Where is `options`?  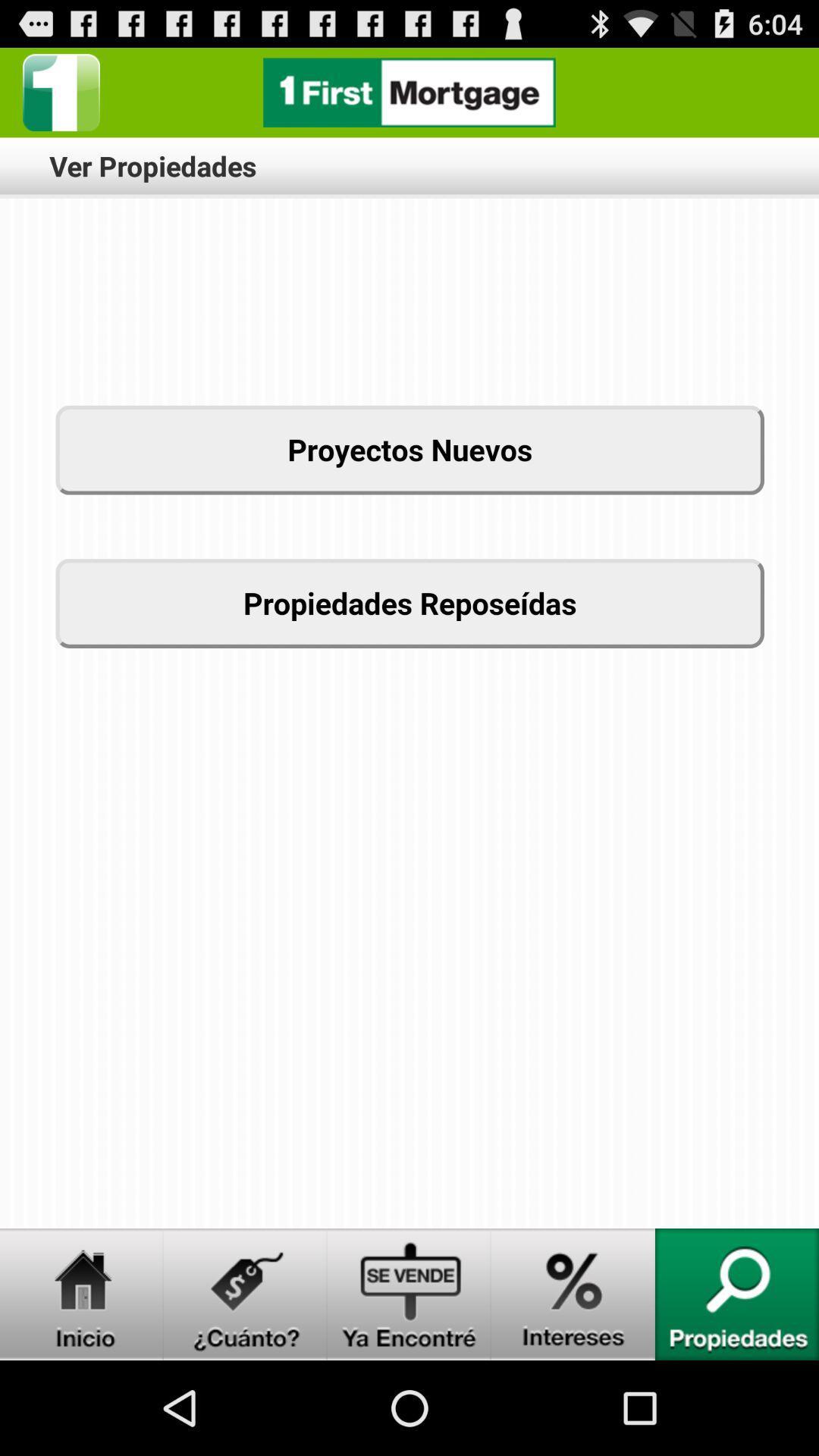
options is located at coordinates (61, 92).